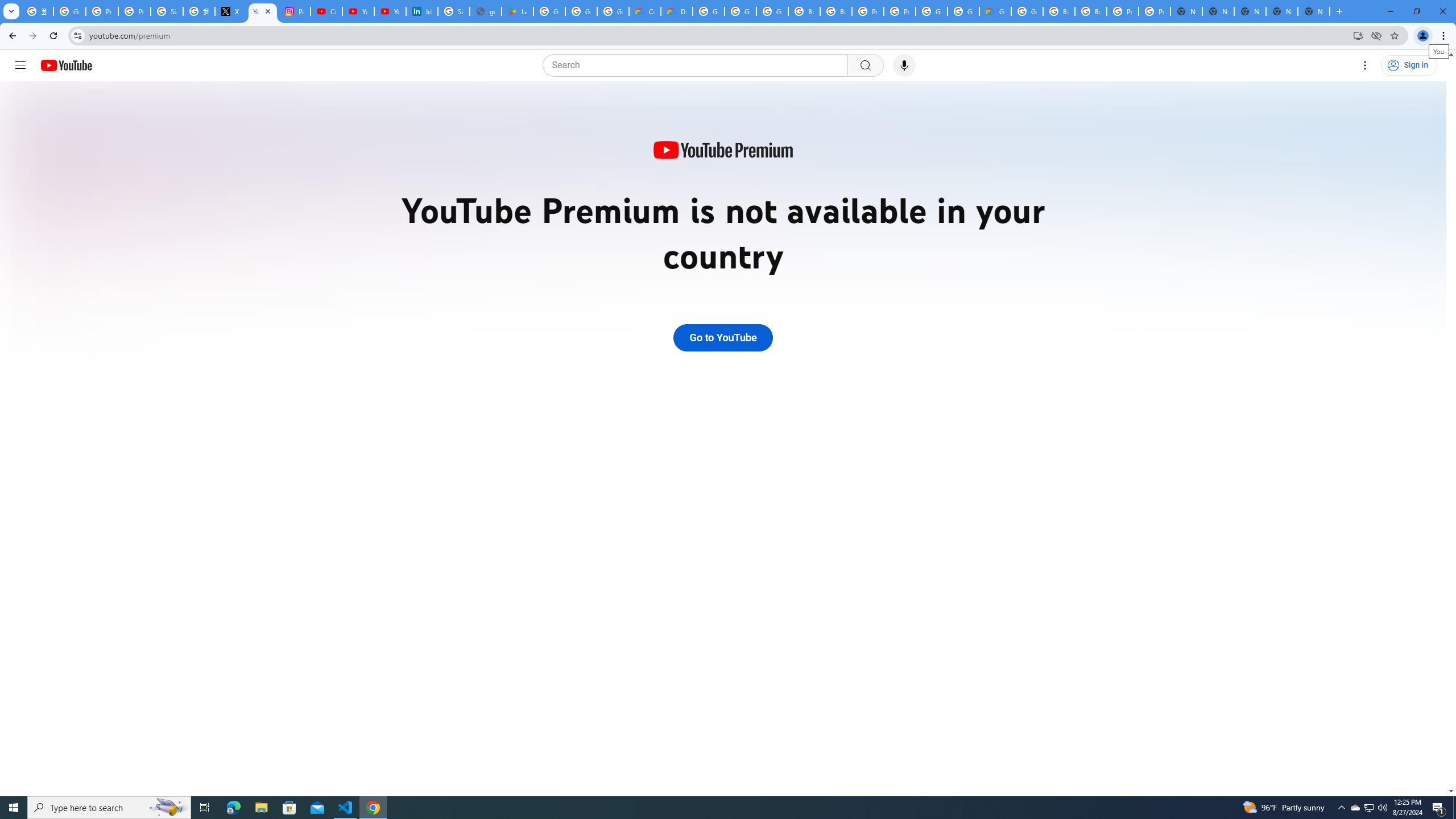 The image size is (1456, 819). Describe the element at coordinates (644, 11) in the screenshot. I see `'Customer Care | Google Cloud'` at that location.